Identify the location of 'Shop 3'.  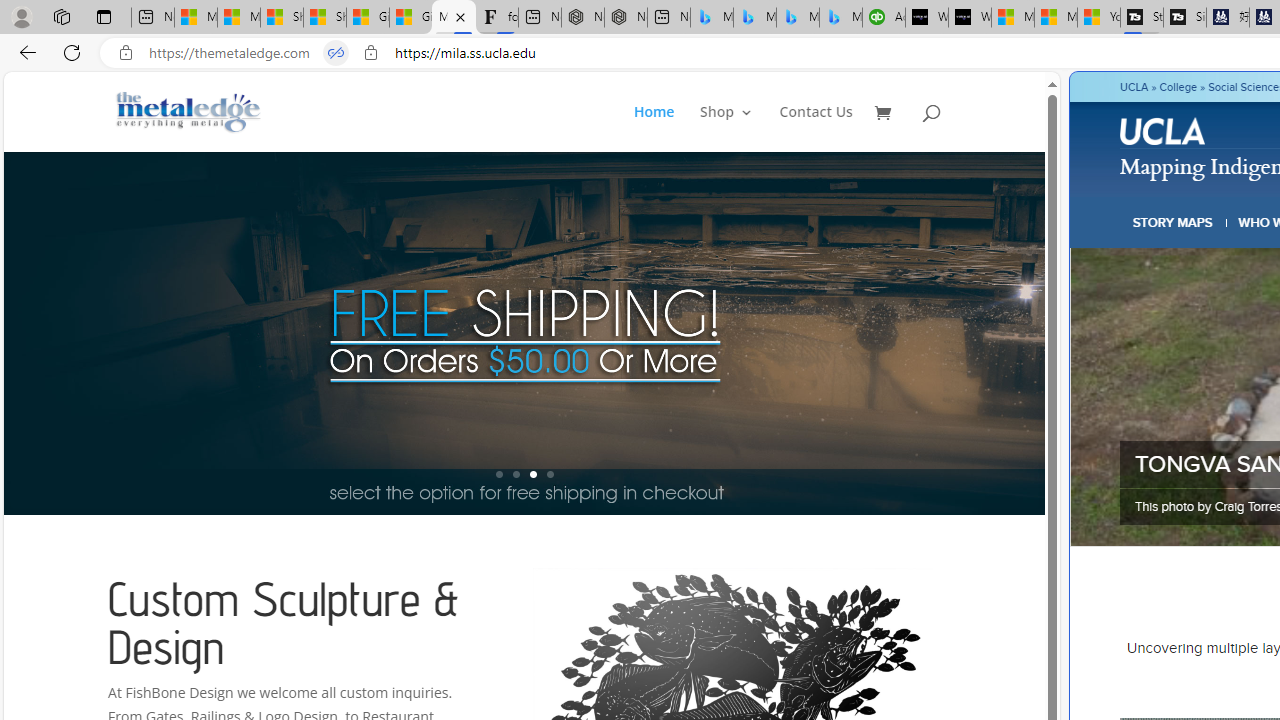
(726, 128).